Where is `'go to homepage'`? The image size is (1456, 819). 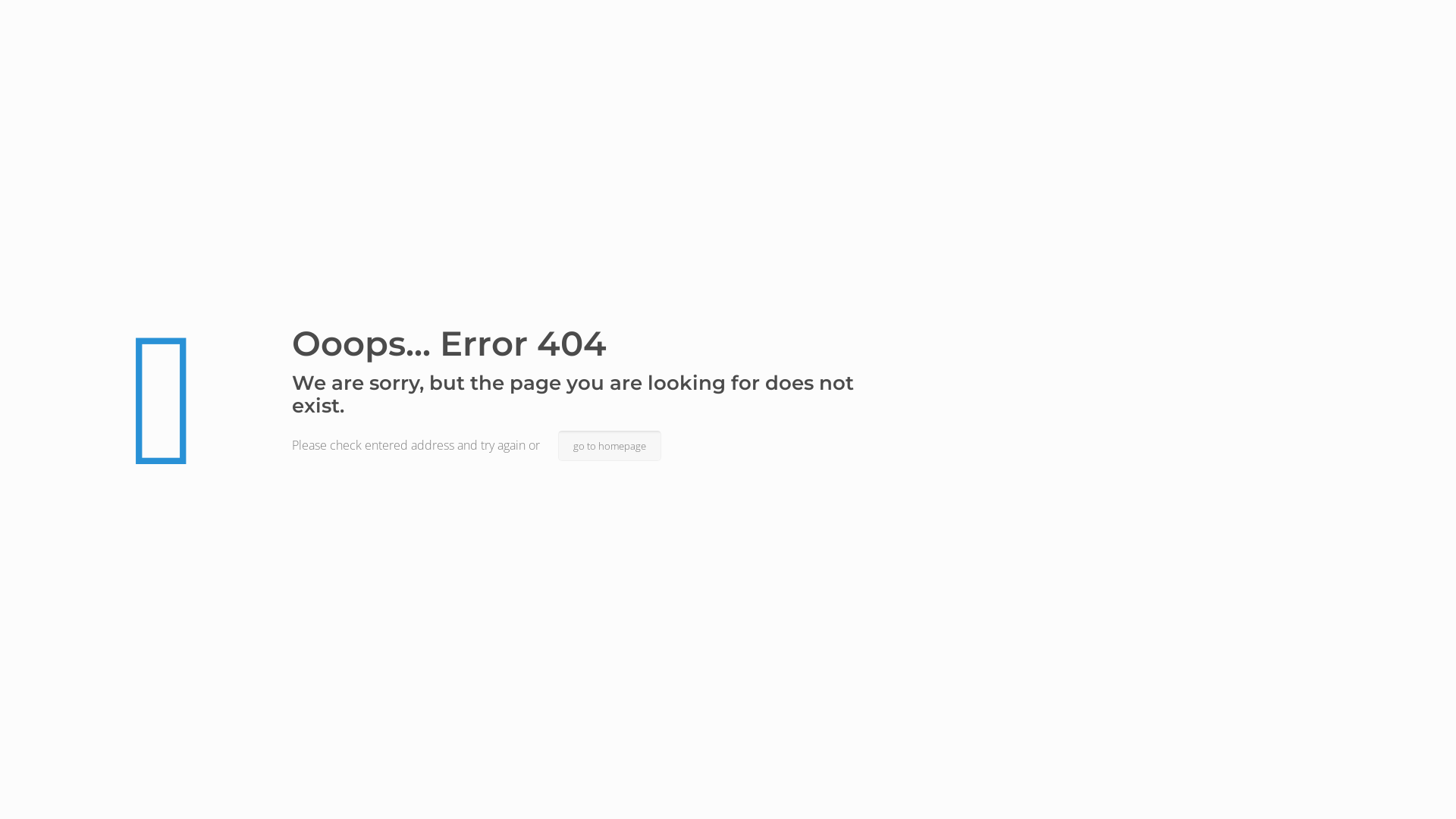 'go to homepage' is located at coordinates (557, 444).